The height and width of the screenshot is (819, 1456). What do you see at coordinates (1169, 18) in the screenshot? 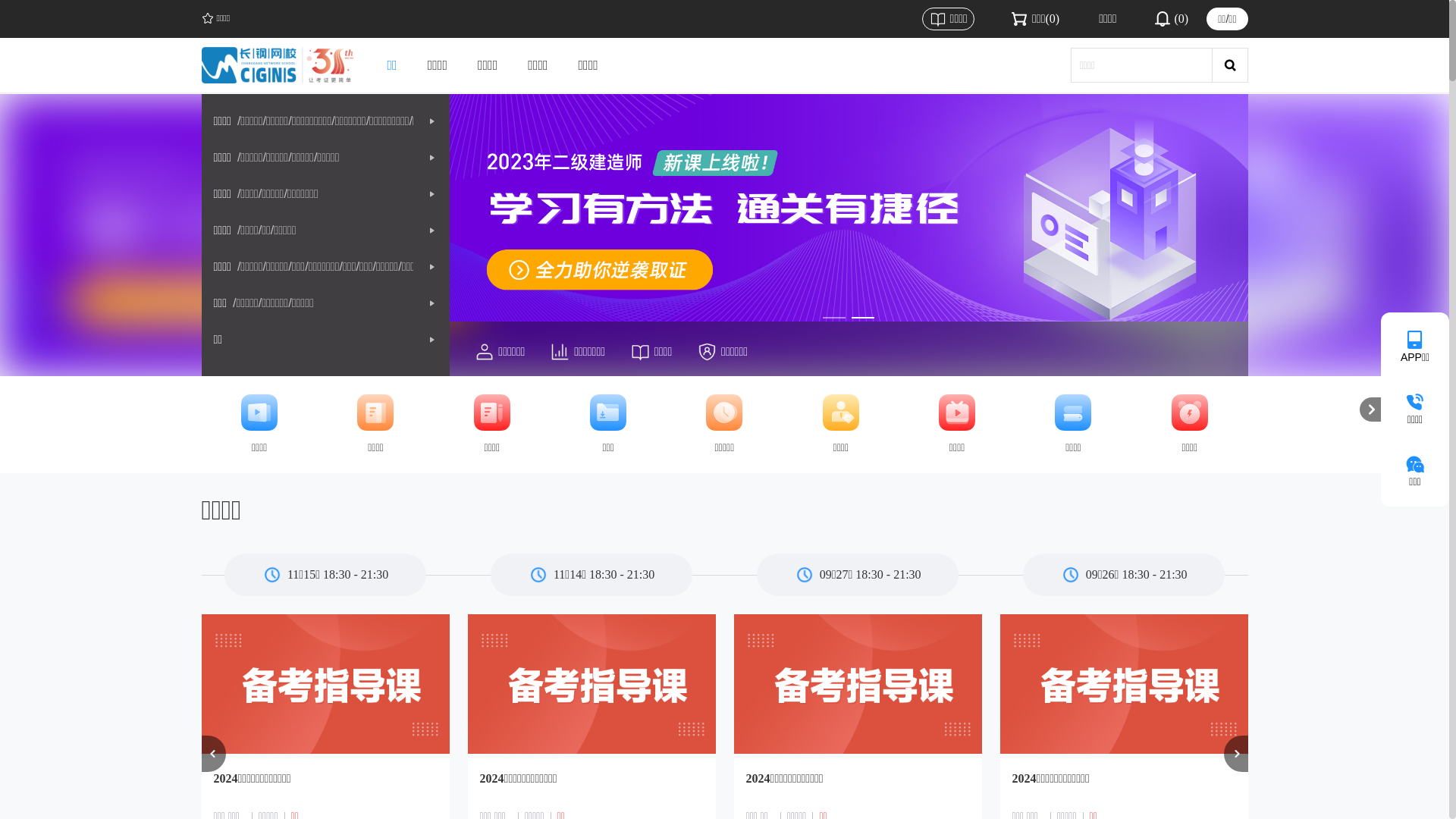
I see `'(0)'` at bounding box center [1169, 18].